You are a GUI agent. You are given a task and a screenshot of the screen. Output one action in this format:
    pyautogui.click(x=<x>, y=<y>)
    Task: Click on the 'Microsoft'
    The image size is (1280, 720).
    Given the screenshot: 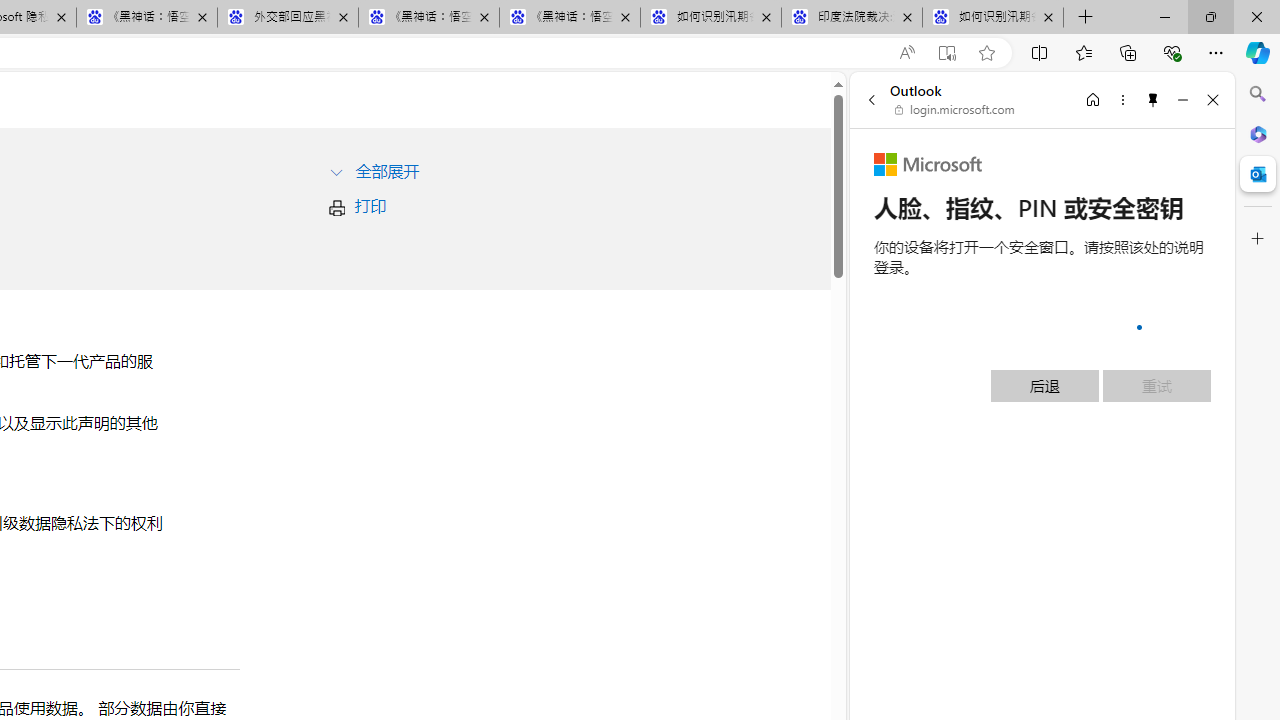 What is the action you would take?
    pyautogui.click(x=927, y=164)
    